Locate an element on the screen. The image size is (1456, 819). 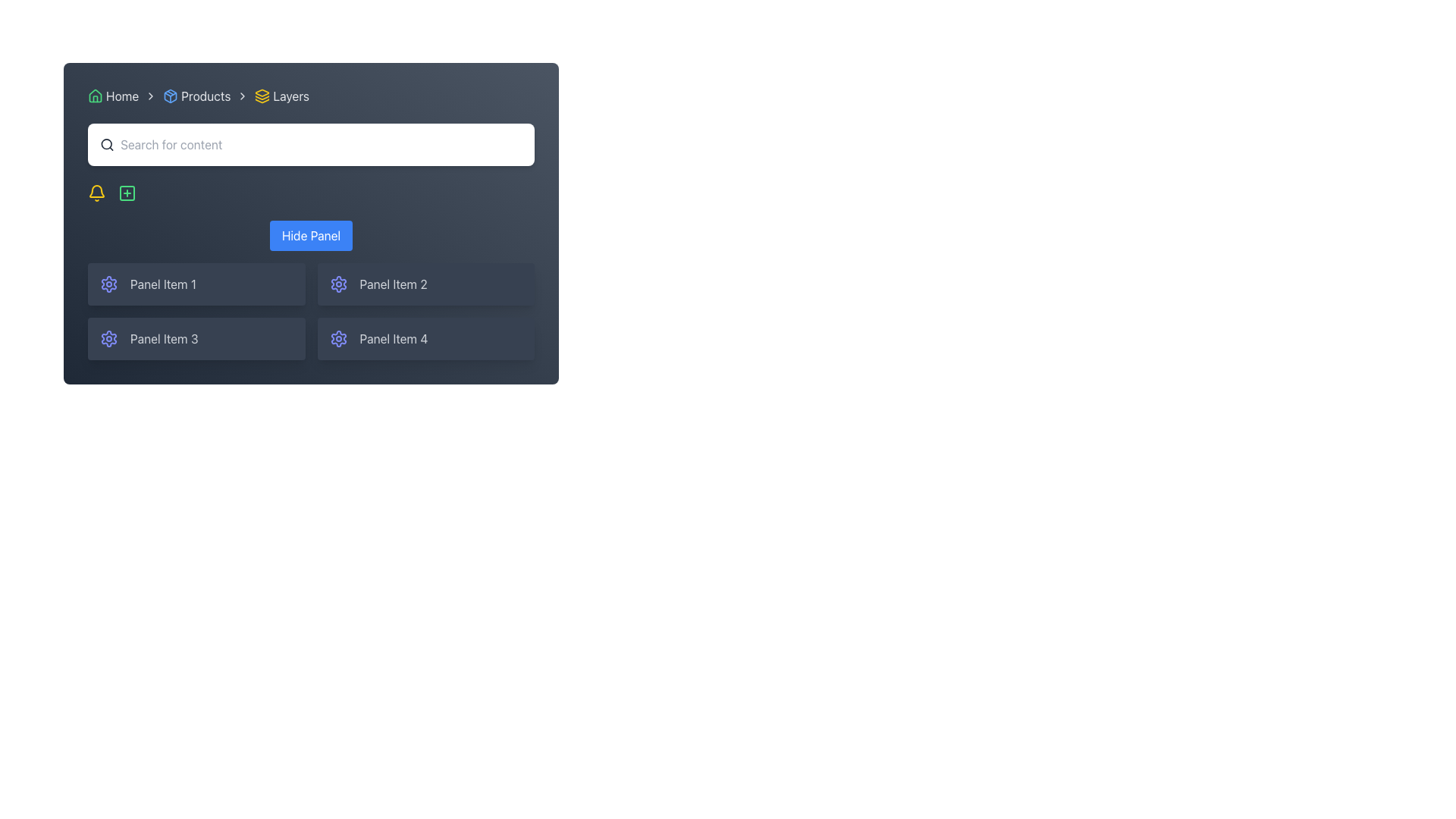
the settings icon located in 'Panel Item 2' of the second column in the two-by-two grid is located at coordinates (337, 284).